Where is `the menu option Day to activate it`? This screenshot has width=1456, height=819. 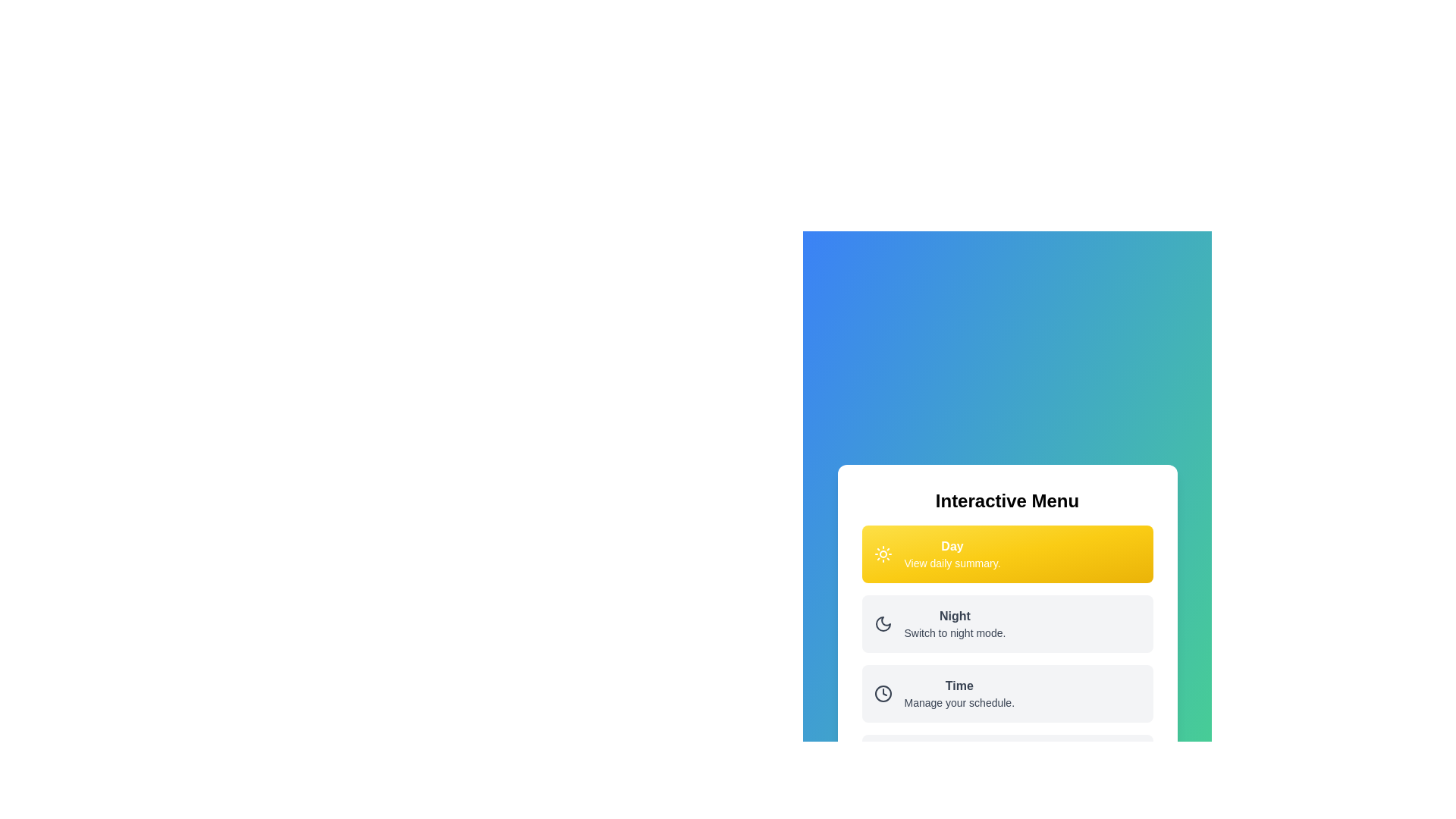 the menu option Day to activate it is located at coordinates (1007, 554).